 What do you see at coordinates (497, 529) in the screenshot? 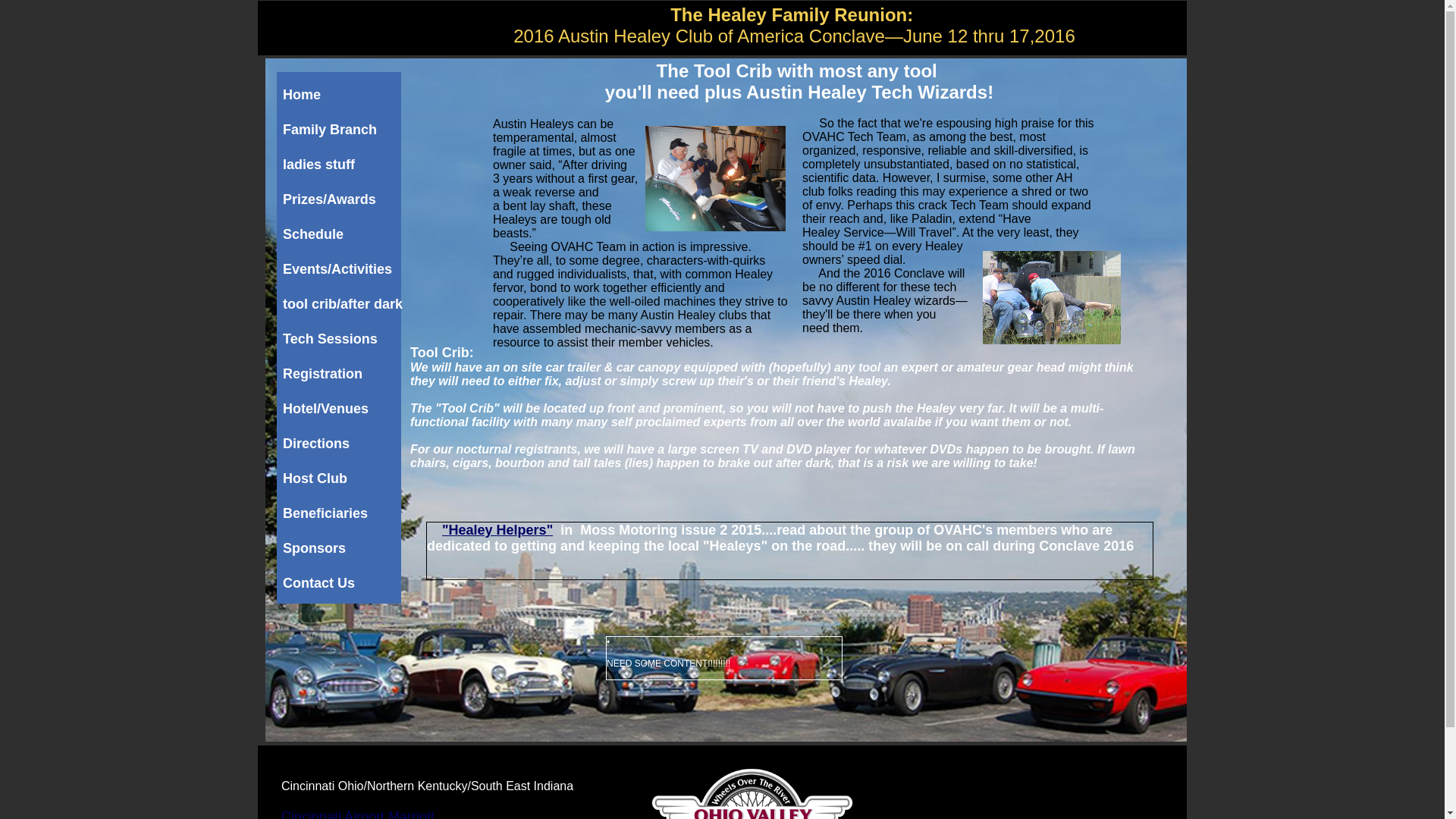
I see `'"Healey Helpers"'` at bounding box center [497, 529].